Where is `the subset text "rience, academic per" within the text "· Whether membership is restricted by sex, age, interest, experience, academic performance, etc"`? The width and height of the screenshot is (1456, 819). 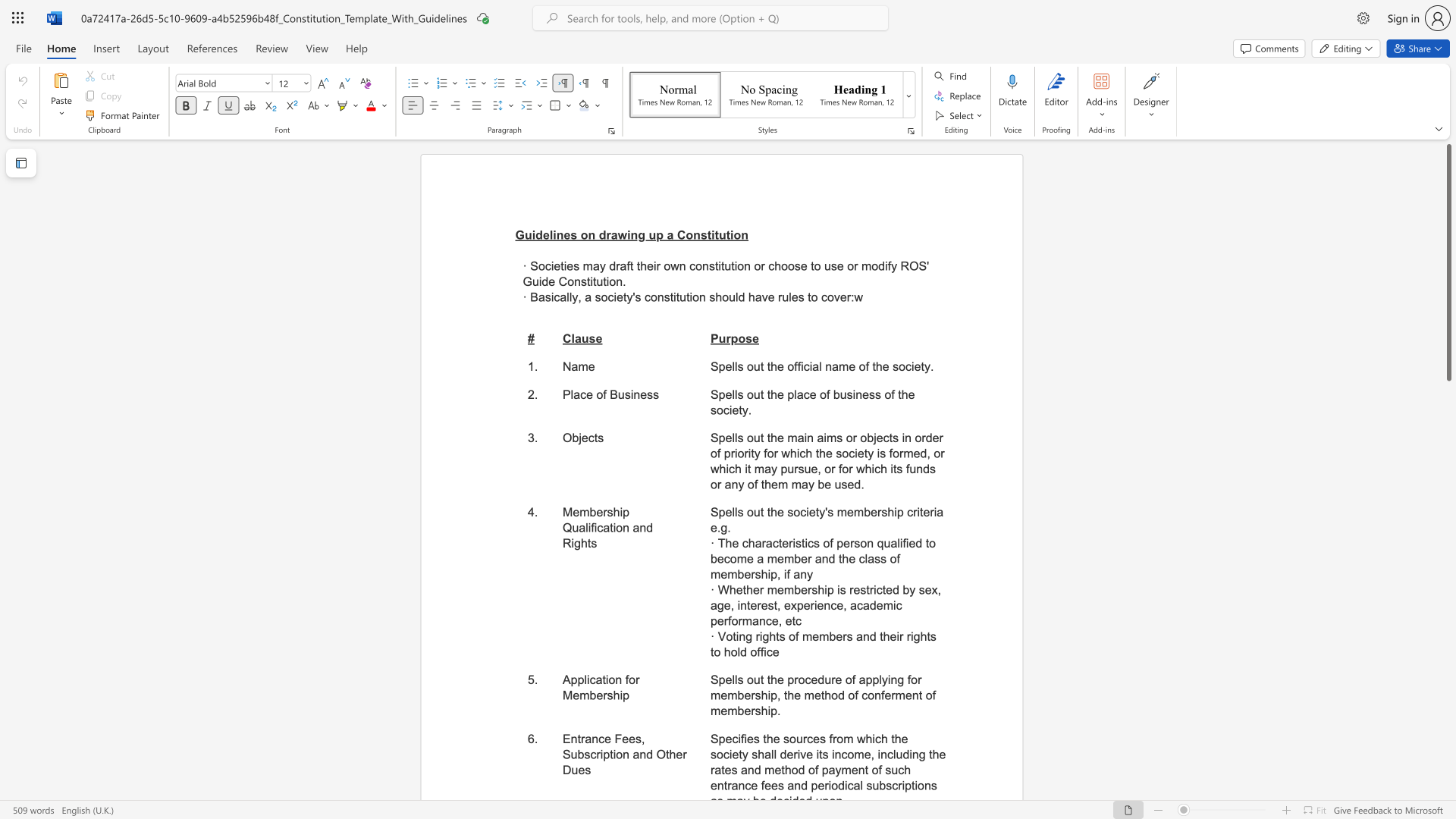
the subset text "rience, academic per" within the text "· Whether membership is restricted by sex, age, interest, experience, academic performance, etc" is located at coordinates (809, 604).